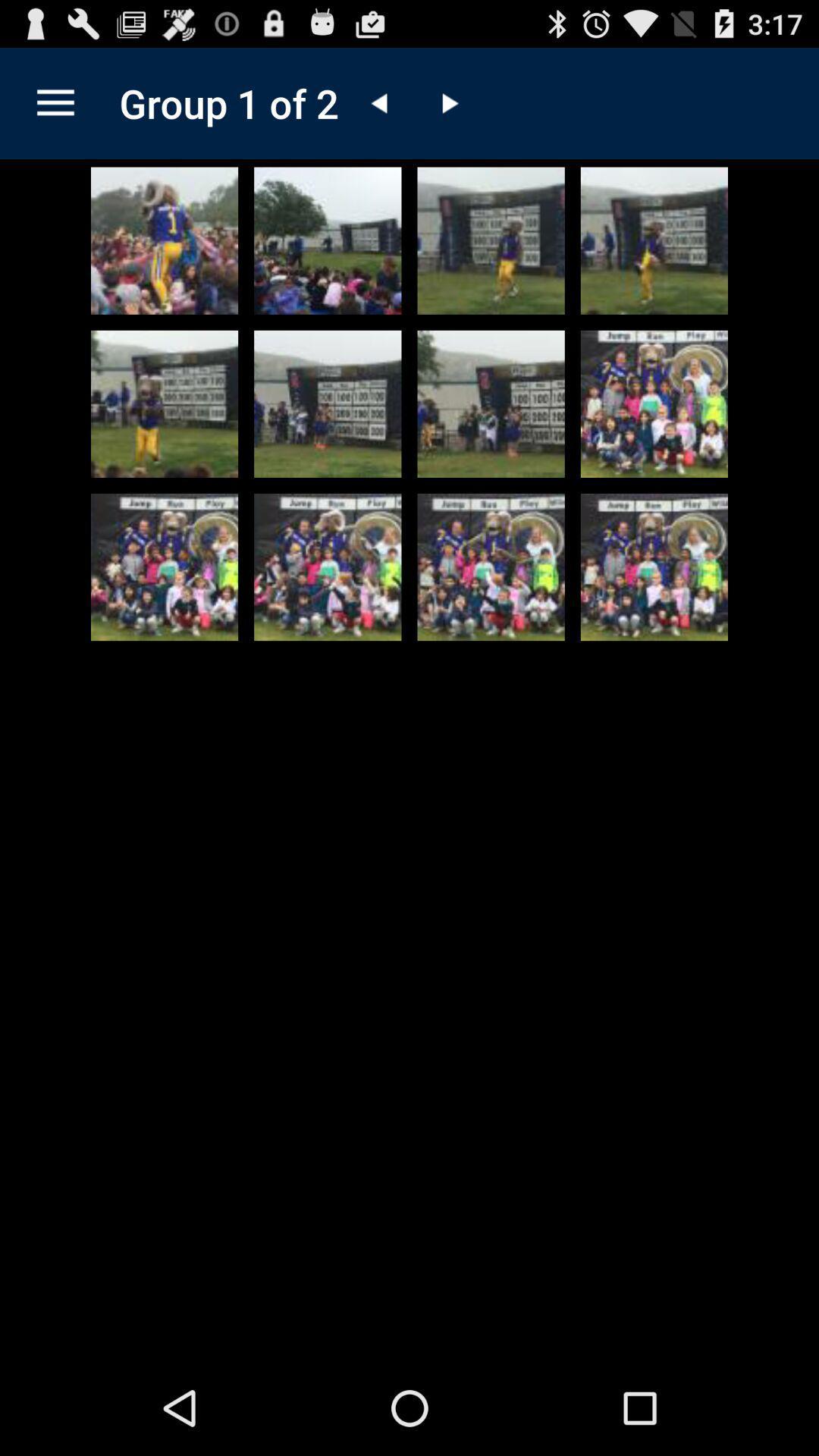  What do you see at coordinates (491, 403) in the screenshot?
I see `picture` at bounding box center [491, 403].